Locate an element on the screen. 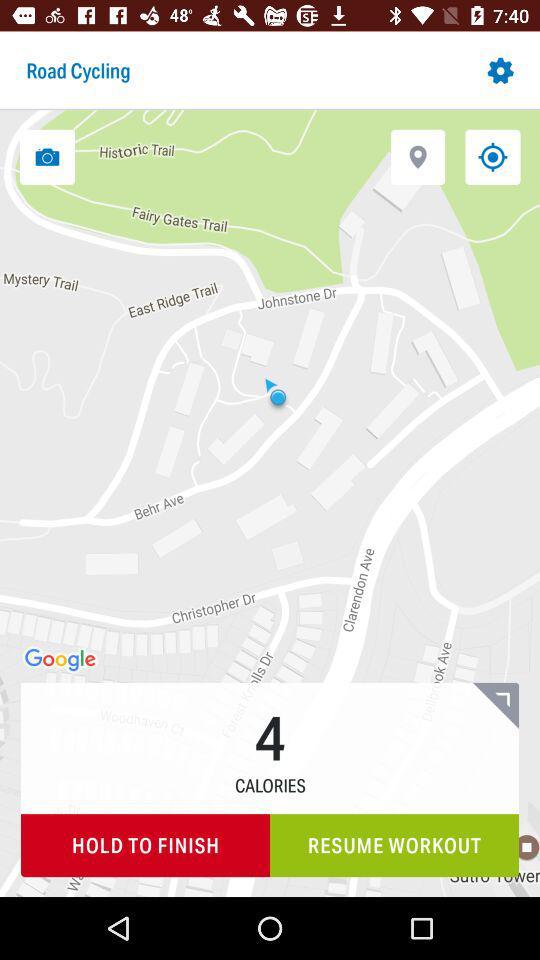 The width and height of the screenshot is (540, 960). the item next to the resume workout item is located at coordinates (144, 844).